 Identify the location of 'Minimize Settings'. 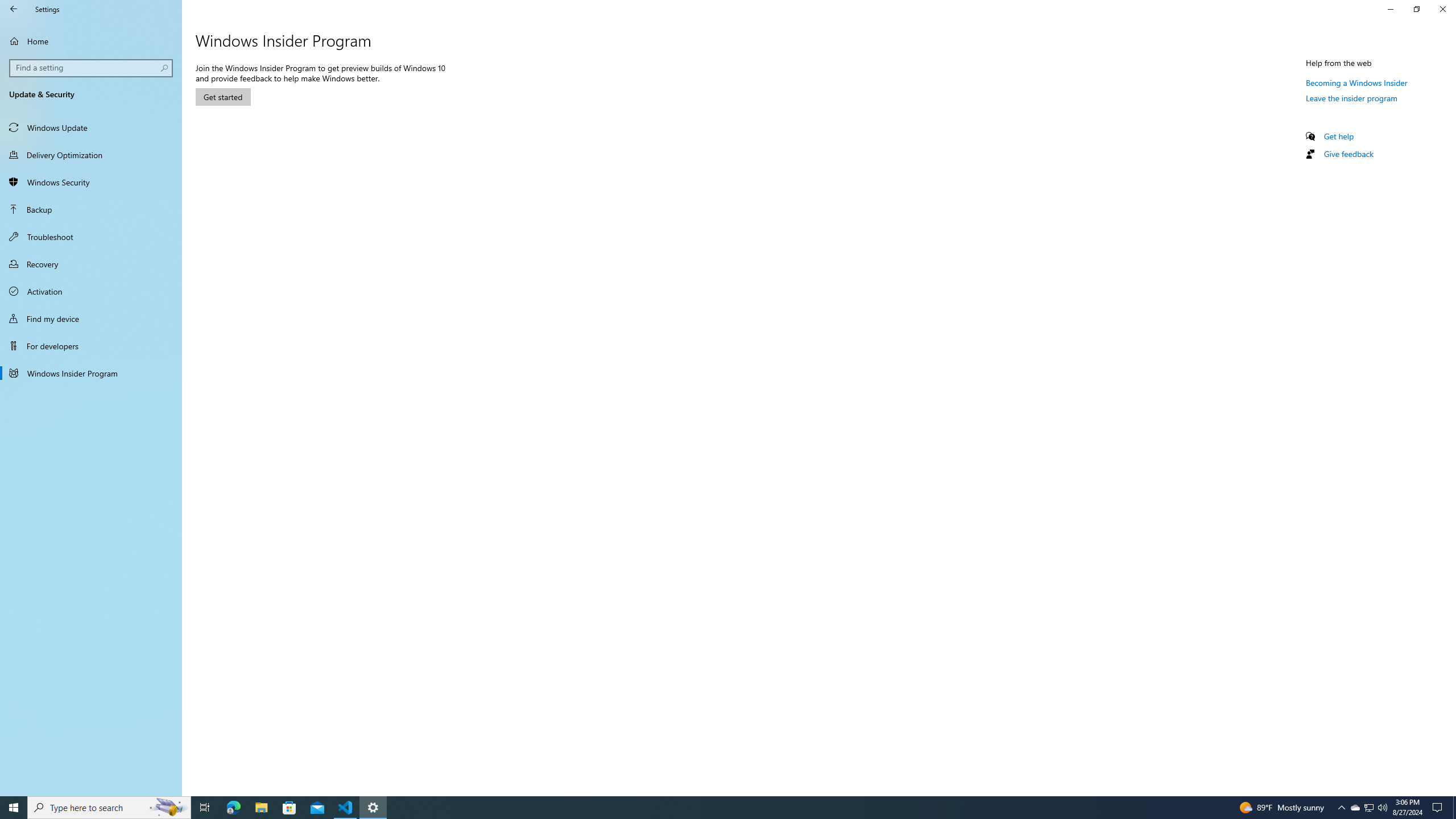
(1389, 9).